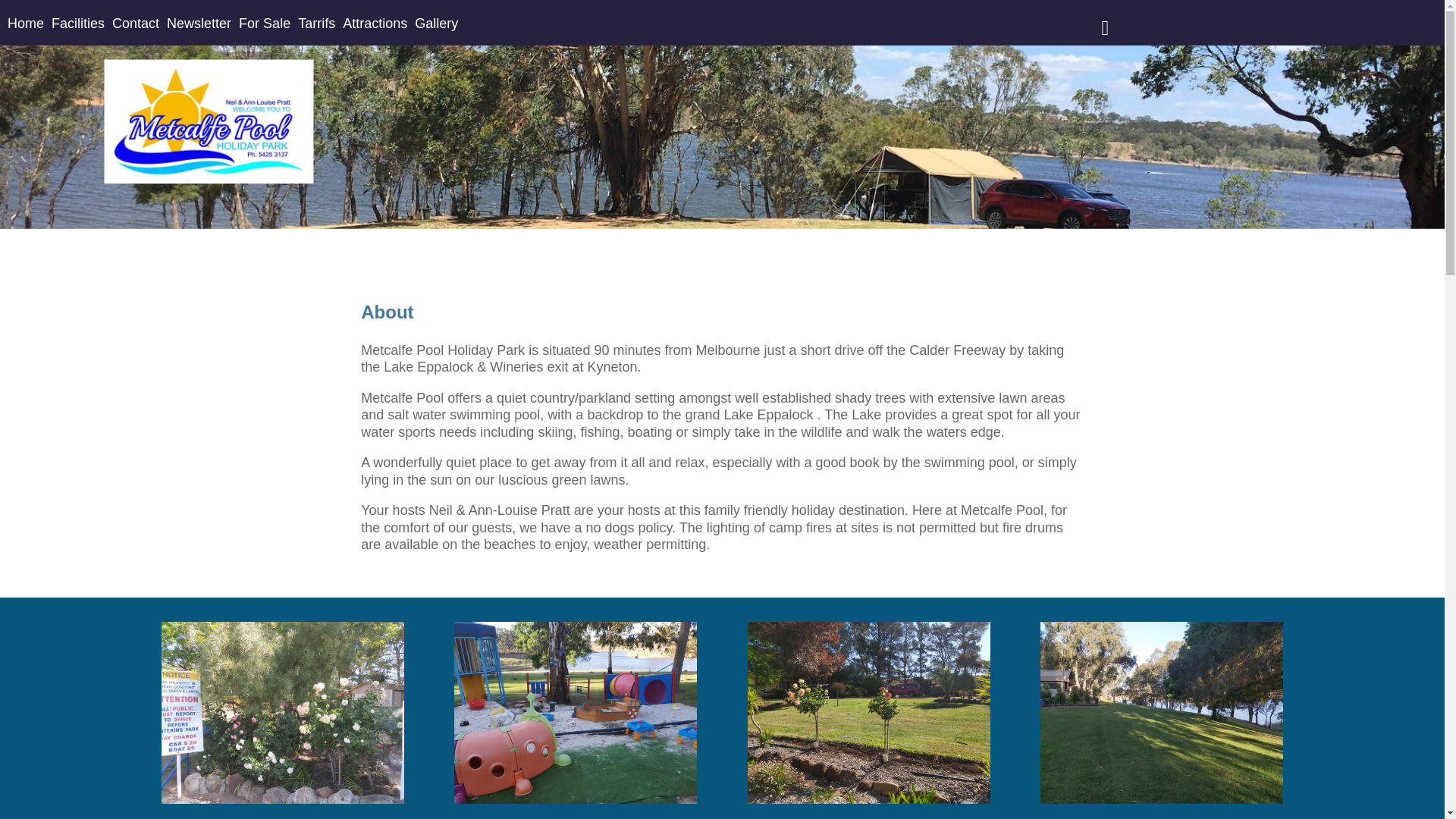 The height and width of the screenshot is (819, 1456). I want to click on 'Gallery', so click(415, 23).